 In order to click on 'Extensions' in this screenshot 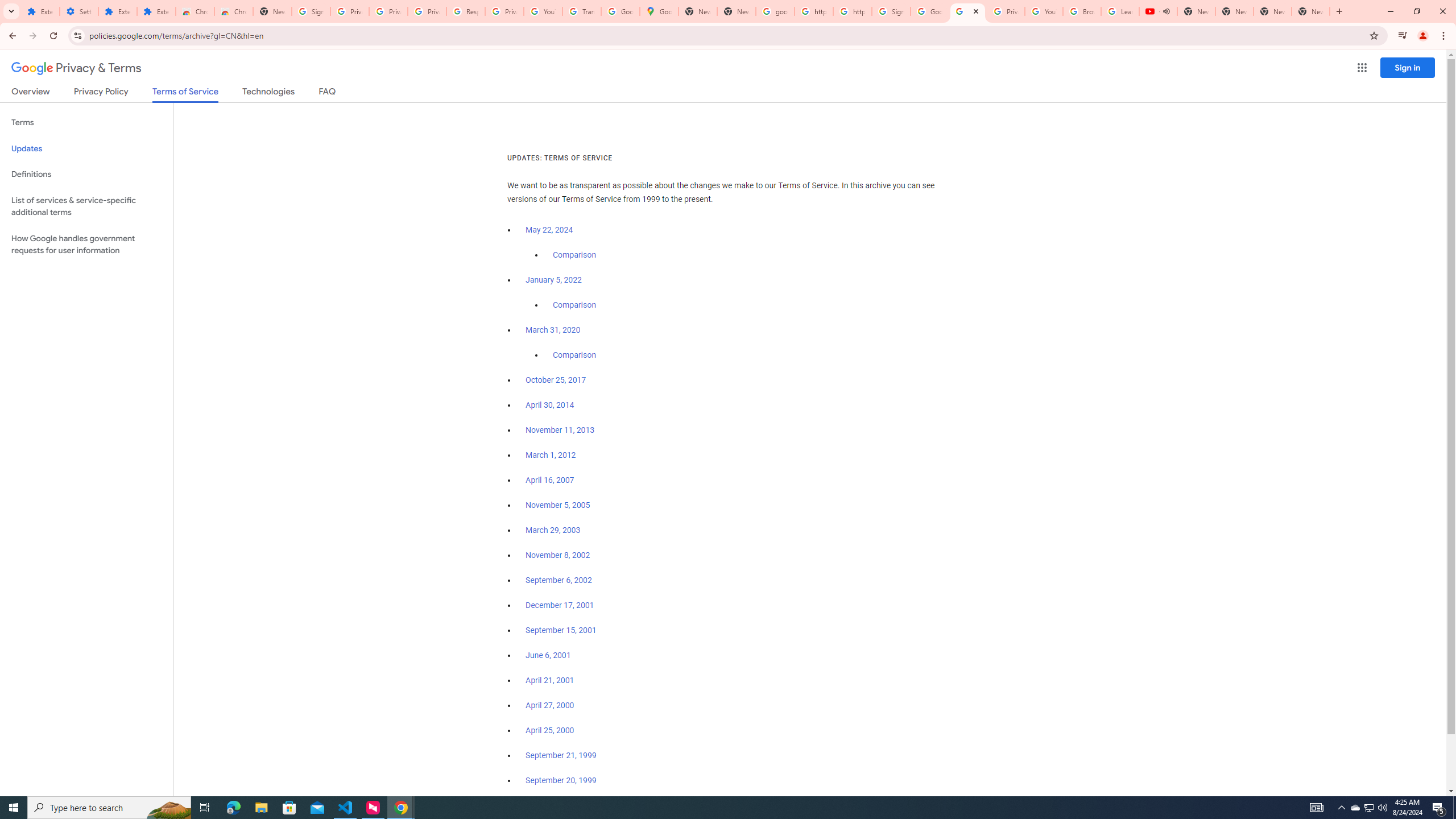, I will do `click(40, 11)`.